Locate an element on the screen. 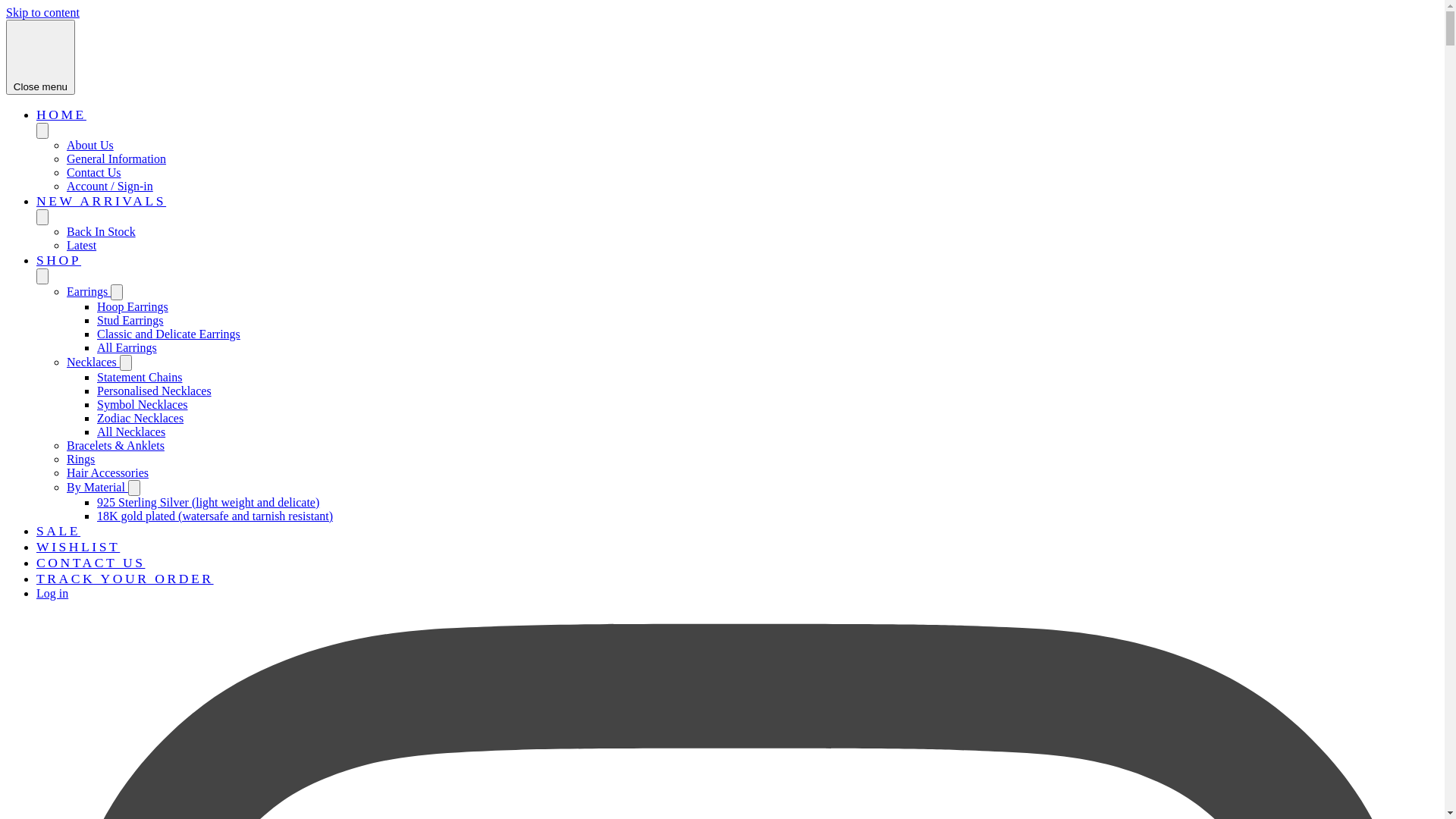 The width and height of the screenshot is (1456, 819). 'Skip to content' is located at coordinates (6, 12).